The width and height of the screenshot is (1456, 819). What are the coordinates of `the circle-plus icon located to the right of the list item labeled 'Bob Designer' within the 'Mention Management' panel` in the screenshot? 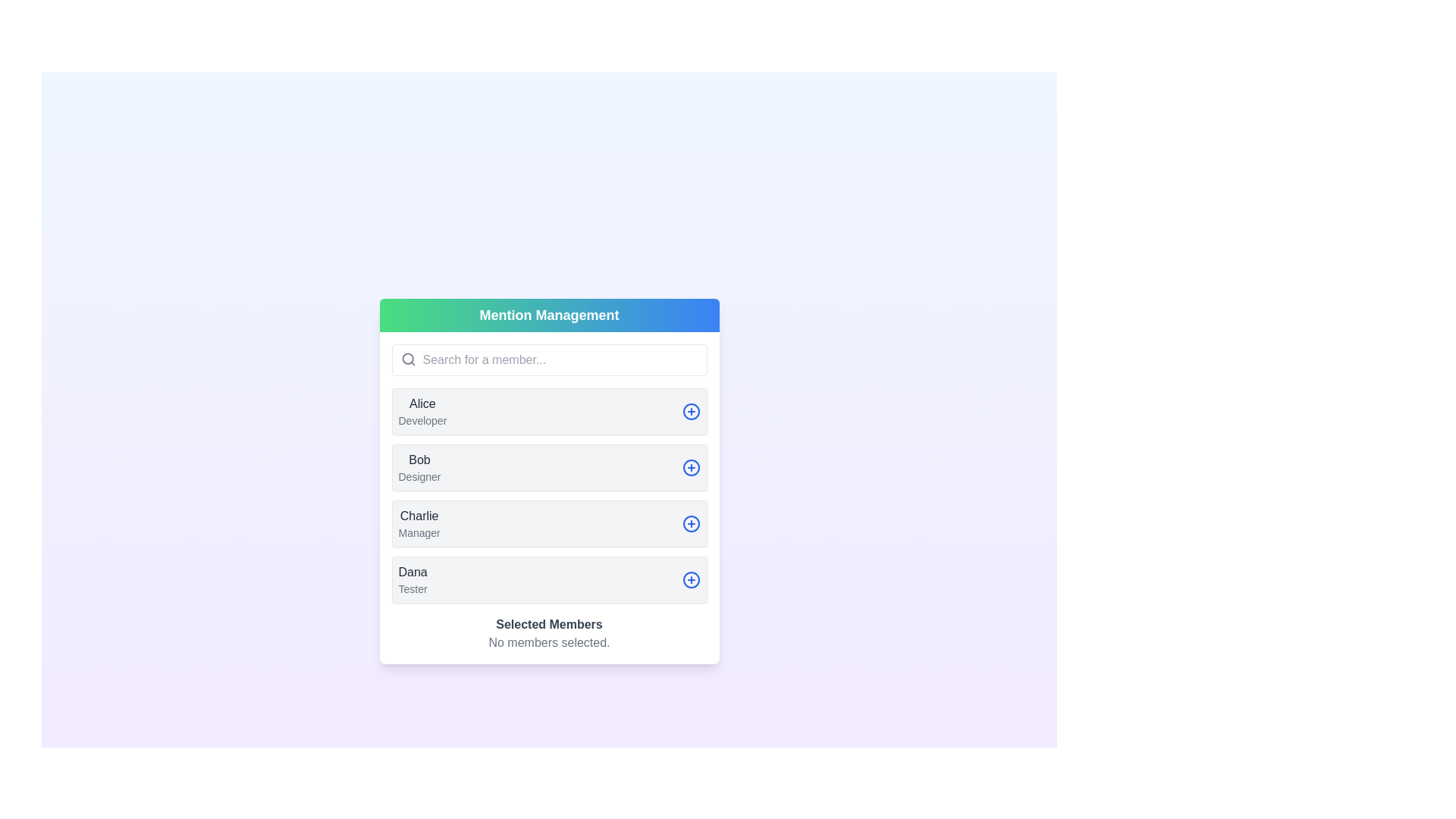 It's located at (690, 467).